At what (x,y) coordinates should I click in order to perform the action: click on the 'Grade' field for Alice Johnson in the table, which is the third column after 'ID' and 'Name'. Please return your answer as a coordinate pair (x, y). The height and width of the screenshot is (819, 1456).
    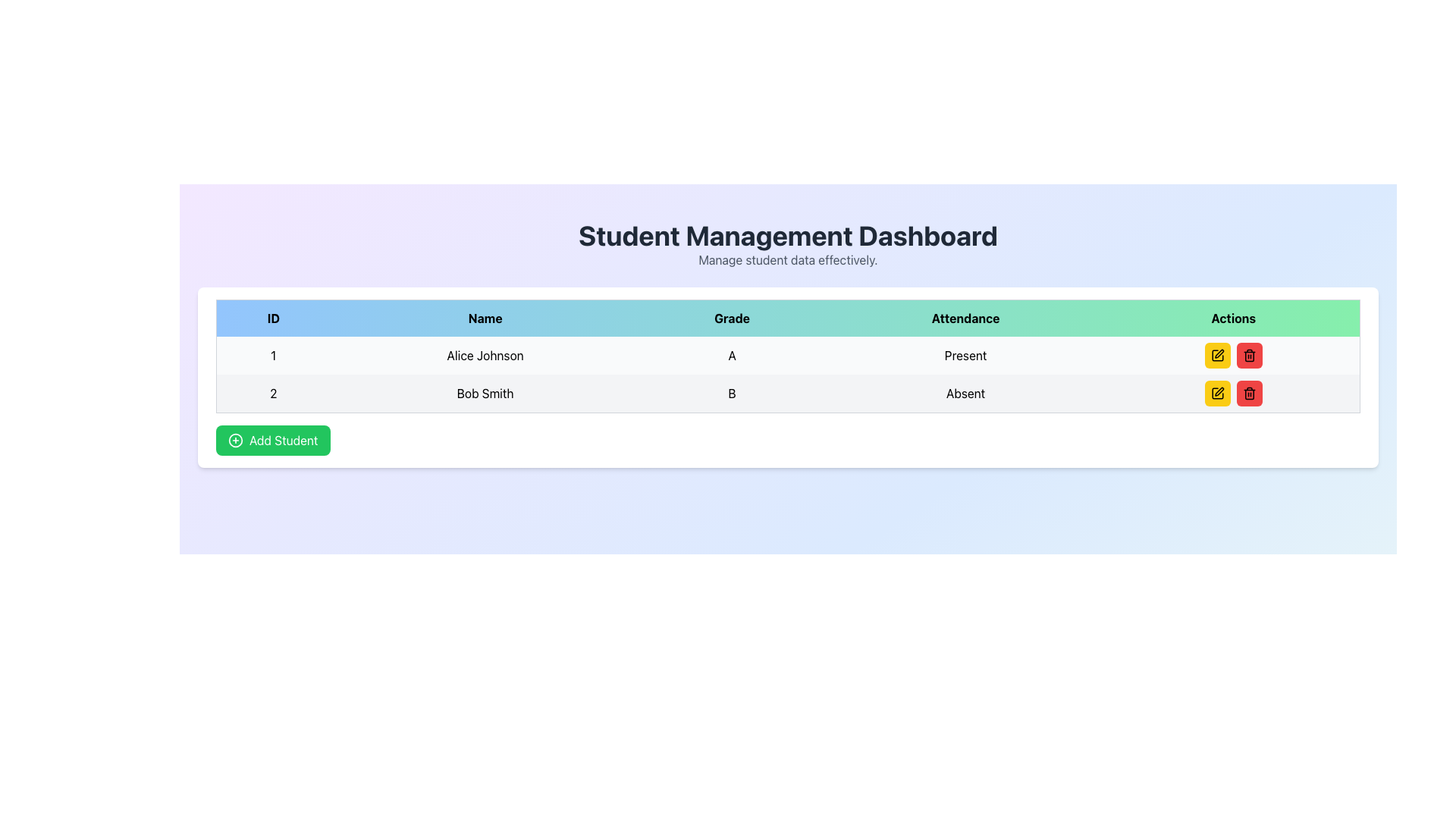
    Looking at the image, I should click on (732, 356).